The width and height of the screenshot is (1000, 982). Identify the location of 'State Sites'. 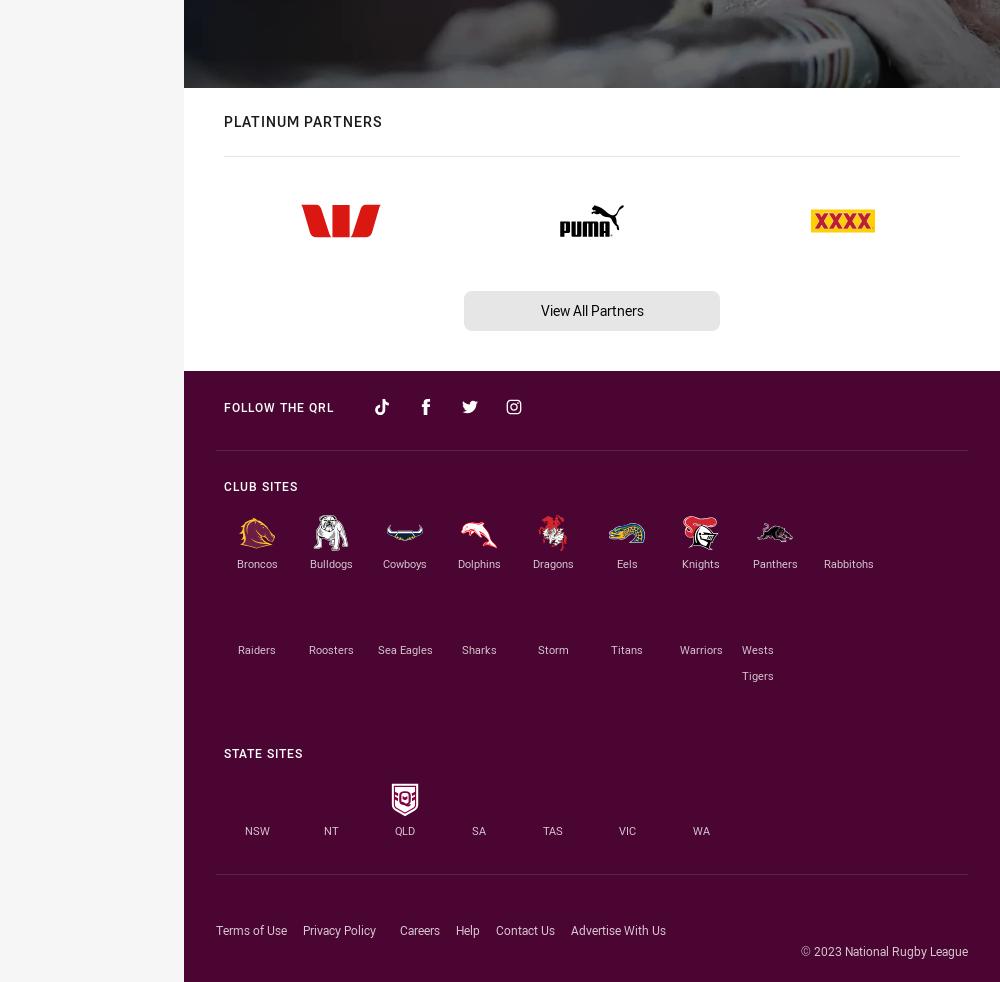
(223, 752).